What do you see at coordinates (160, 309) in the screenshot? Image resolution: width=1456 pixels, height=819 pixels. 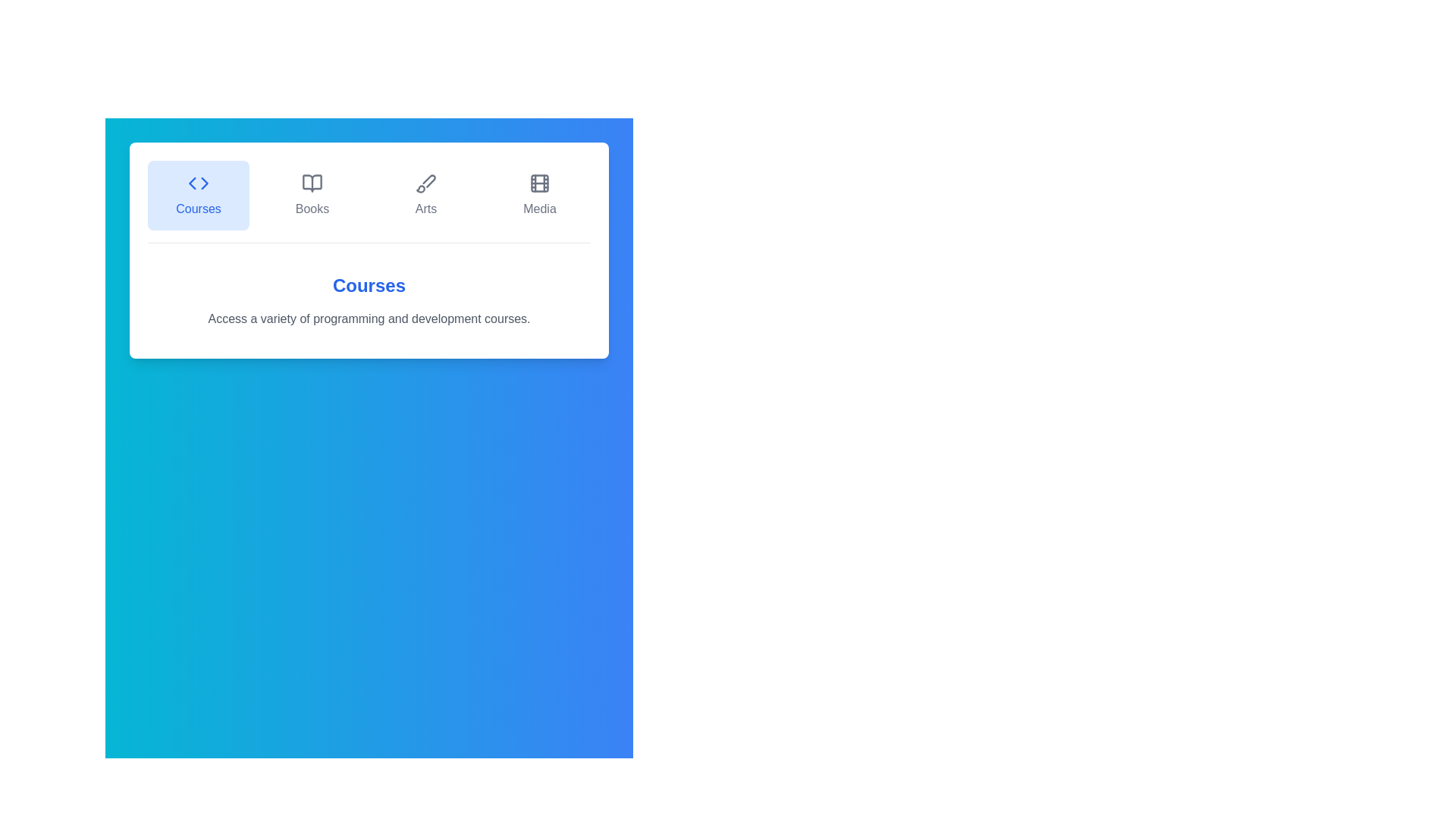 I see `the text 'Access a variety of programming and development courses.' in the content area` at bounding box center [160, 309].